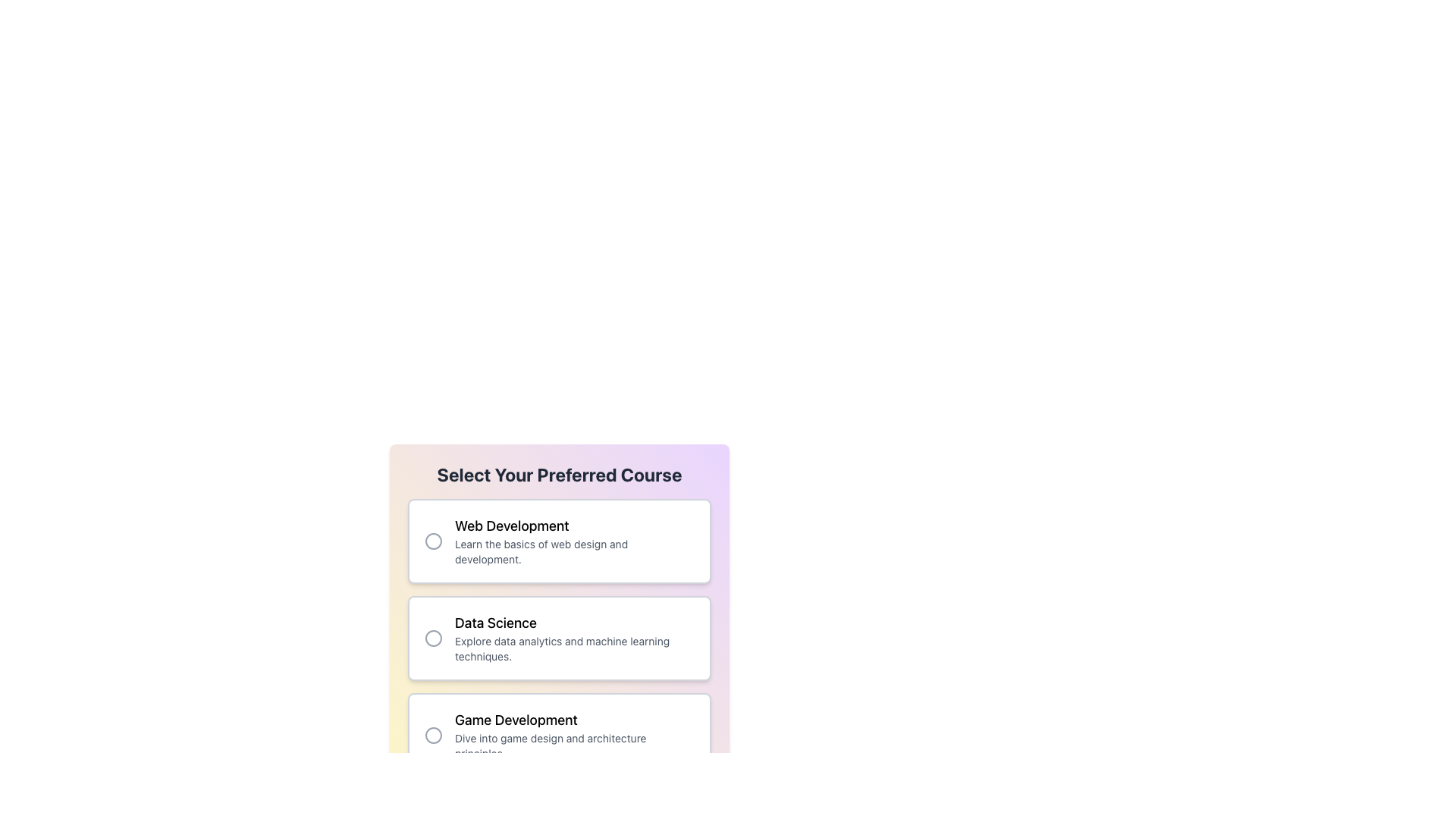  I want to click on text contained in the 'Game Development' course option, which is the third course listed under 'Data Science' in a bordered and rounded rectangular card, so click(574, 734).